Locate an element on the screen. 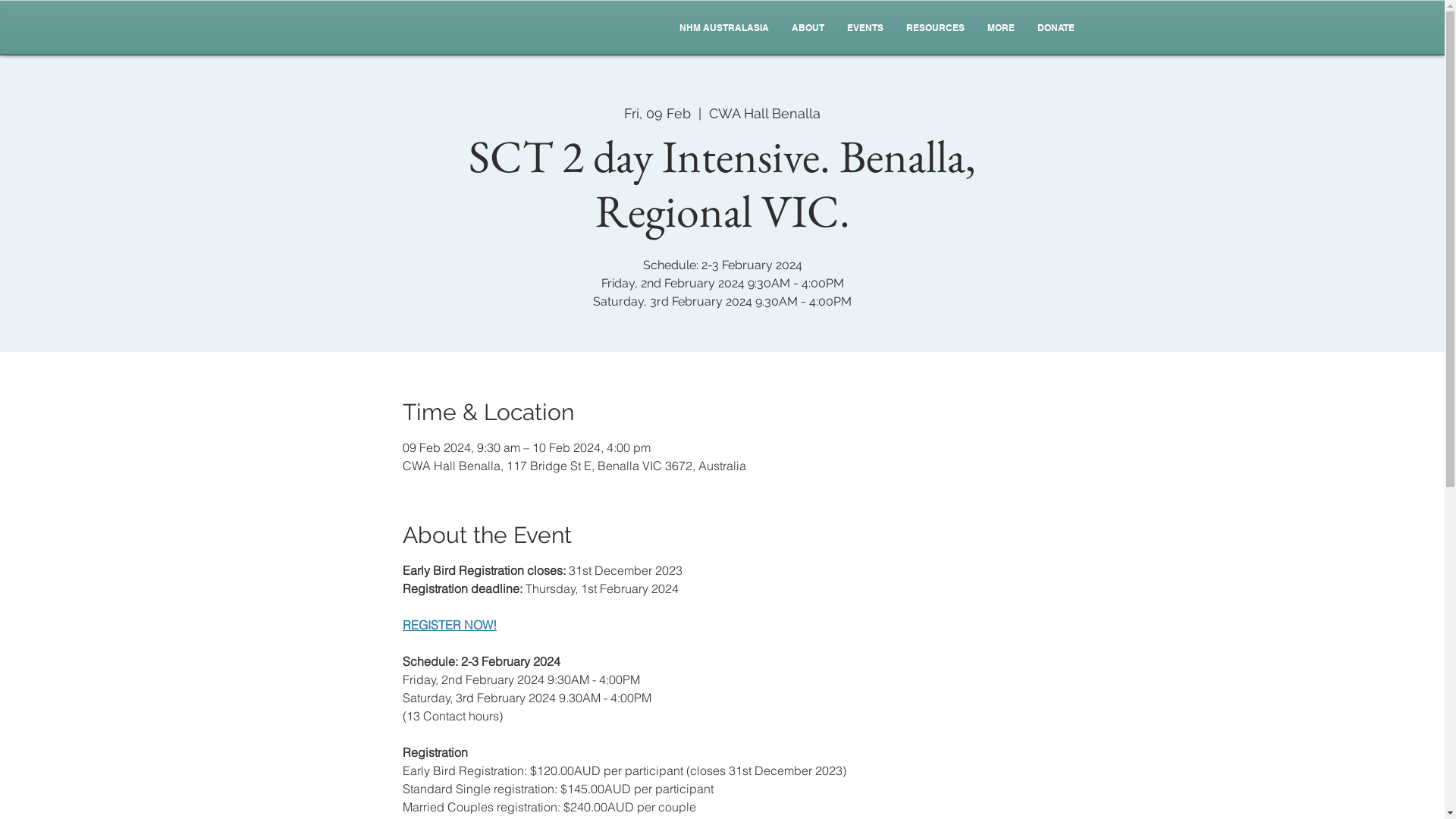 This screenshot has width=1456, height=819. 'REGISTER NOW!' is located at coordinates (449, 625).